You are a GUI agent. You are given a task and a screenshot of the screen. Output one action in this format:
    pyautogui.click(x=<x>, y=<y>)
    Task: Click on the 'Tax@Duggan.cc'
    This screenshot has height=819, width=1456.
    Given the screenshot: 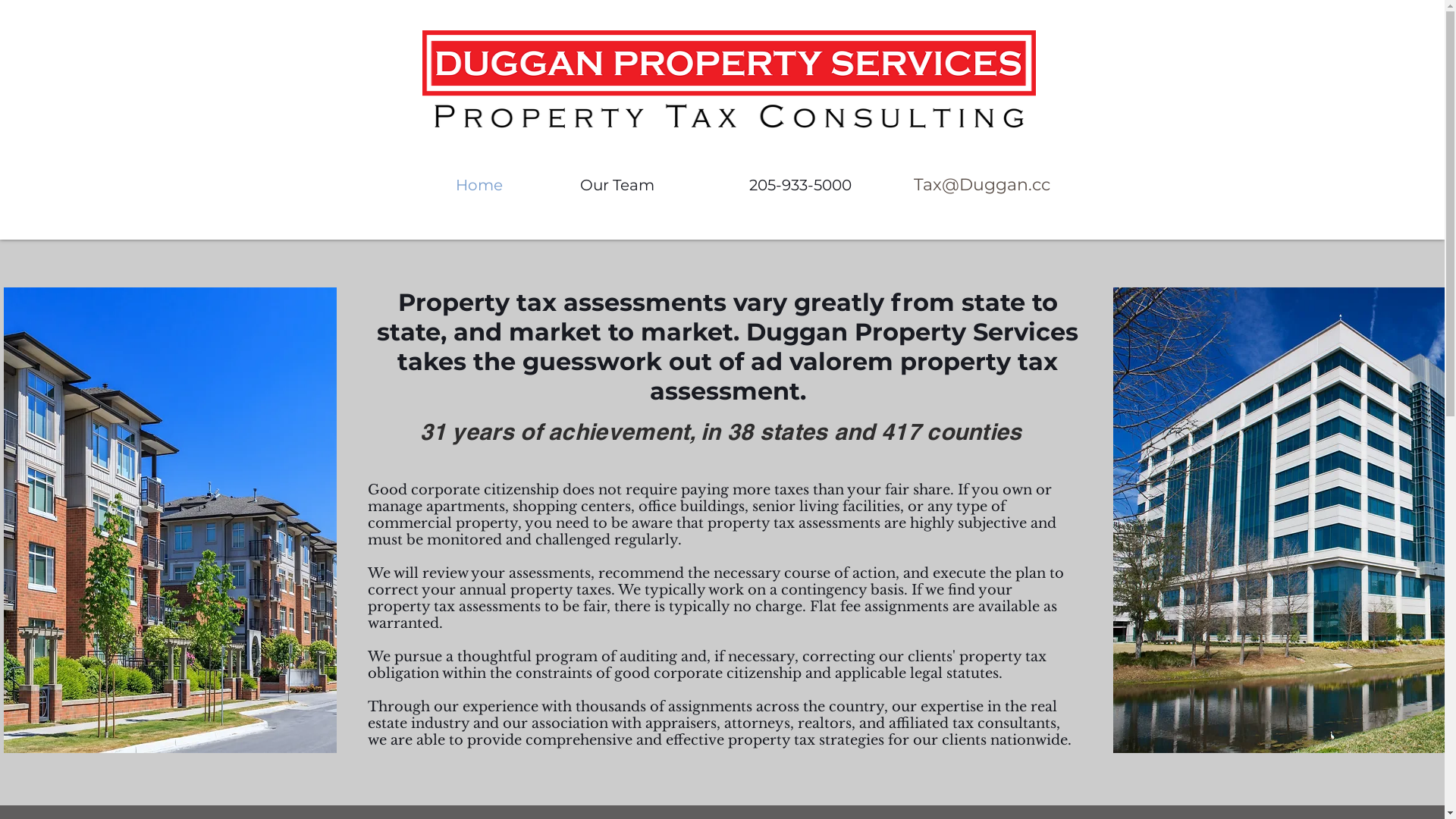 What is the action you would take?
    pyautogui.click(x=981, y=184)
    